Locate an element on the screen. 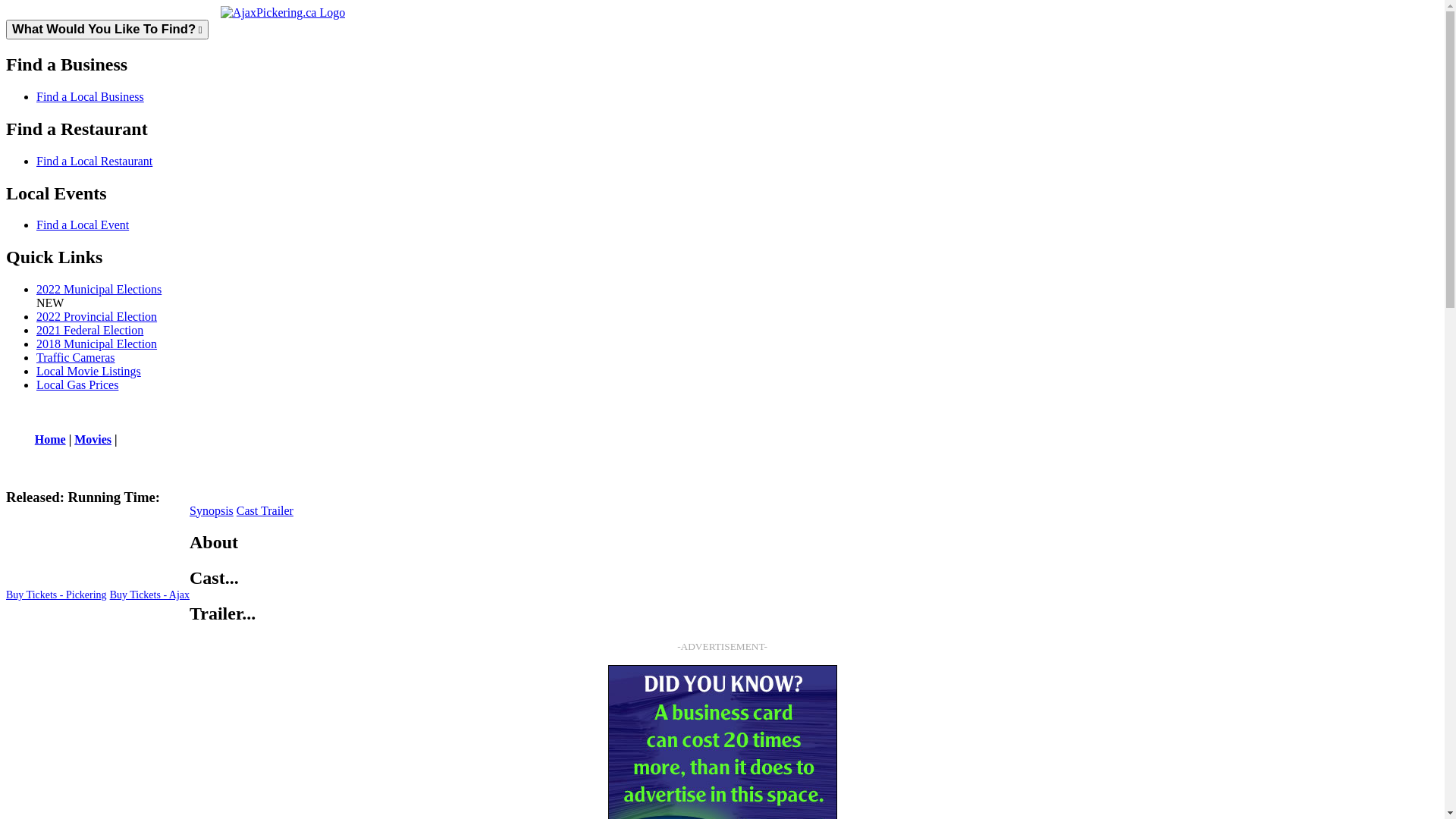 The height and width of the screenshot is (819, 1456). '2018 Municipal Election' is located at coordinates (96, 344).